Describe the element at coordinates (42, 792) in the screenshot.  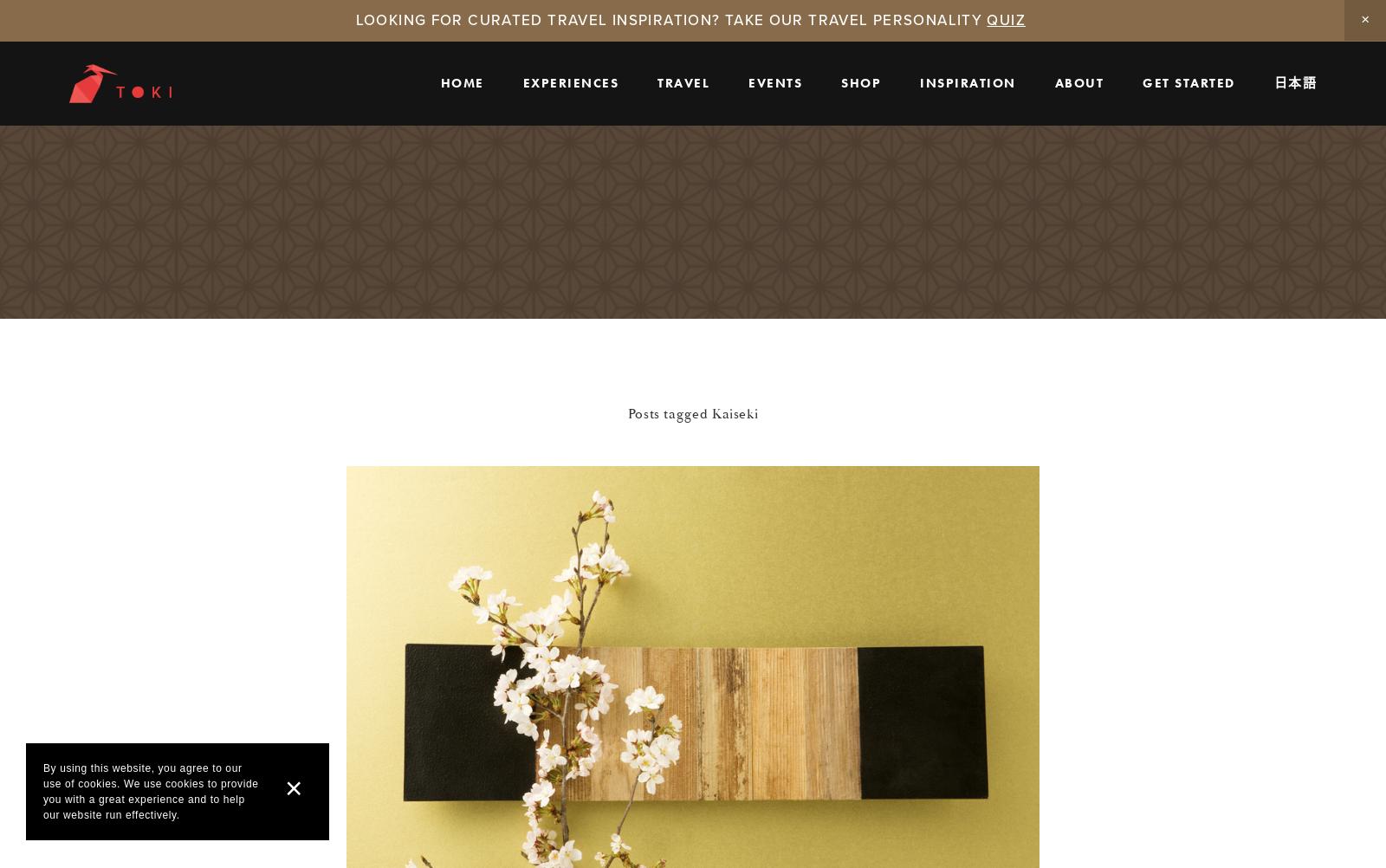
I see `'By using this website, you agree to our use of cookies. We use cookies to provide you with a great experience and to help our website run effectively.'` at that location.